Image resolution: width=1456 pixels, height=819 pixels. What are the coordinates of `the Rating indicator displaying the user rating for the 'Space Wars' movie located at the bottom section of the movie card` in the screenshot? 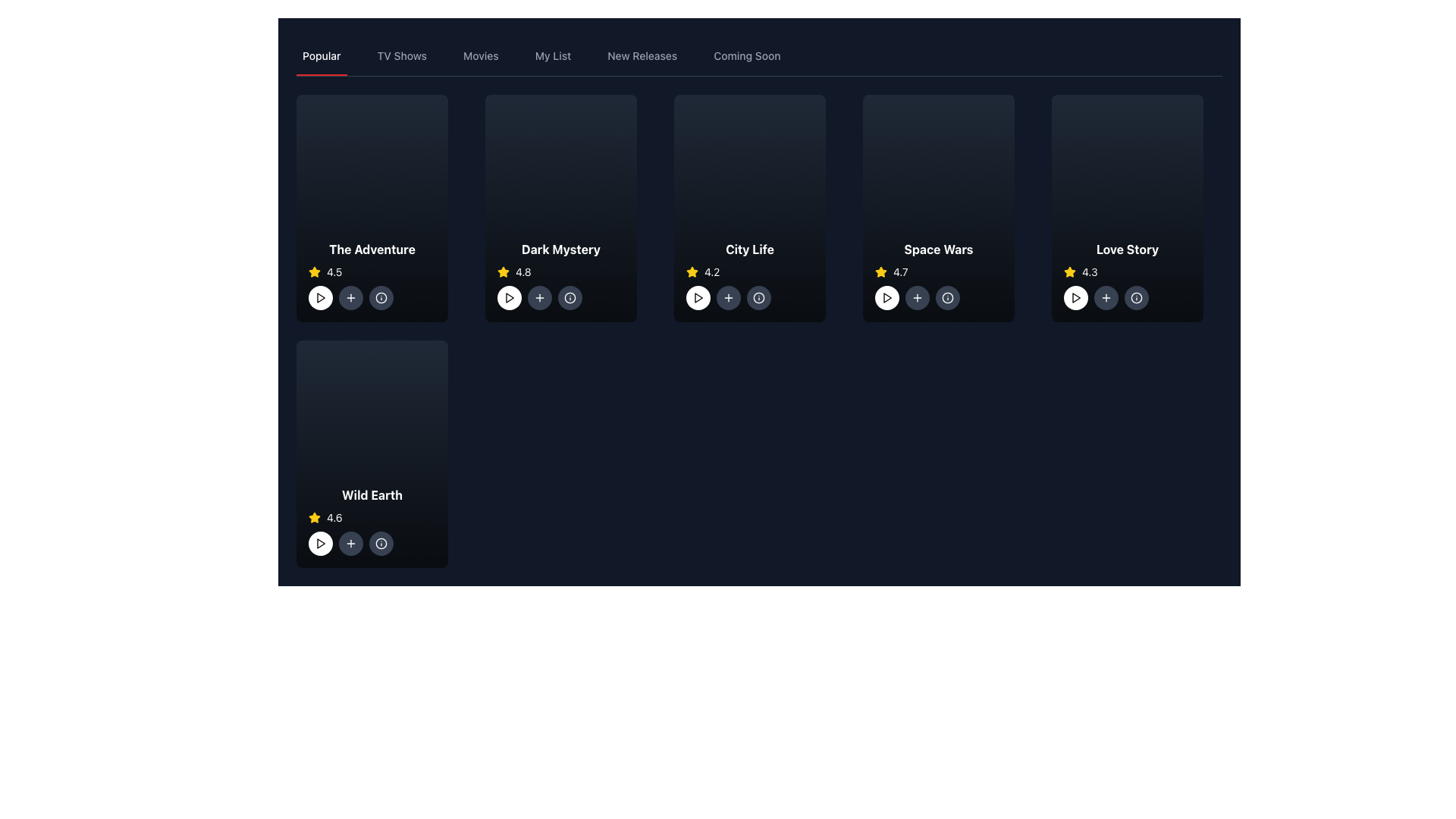 It's located at (938, 271).